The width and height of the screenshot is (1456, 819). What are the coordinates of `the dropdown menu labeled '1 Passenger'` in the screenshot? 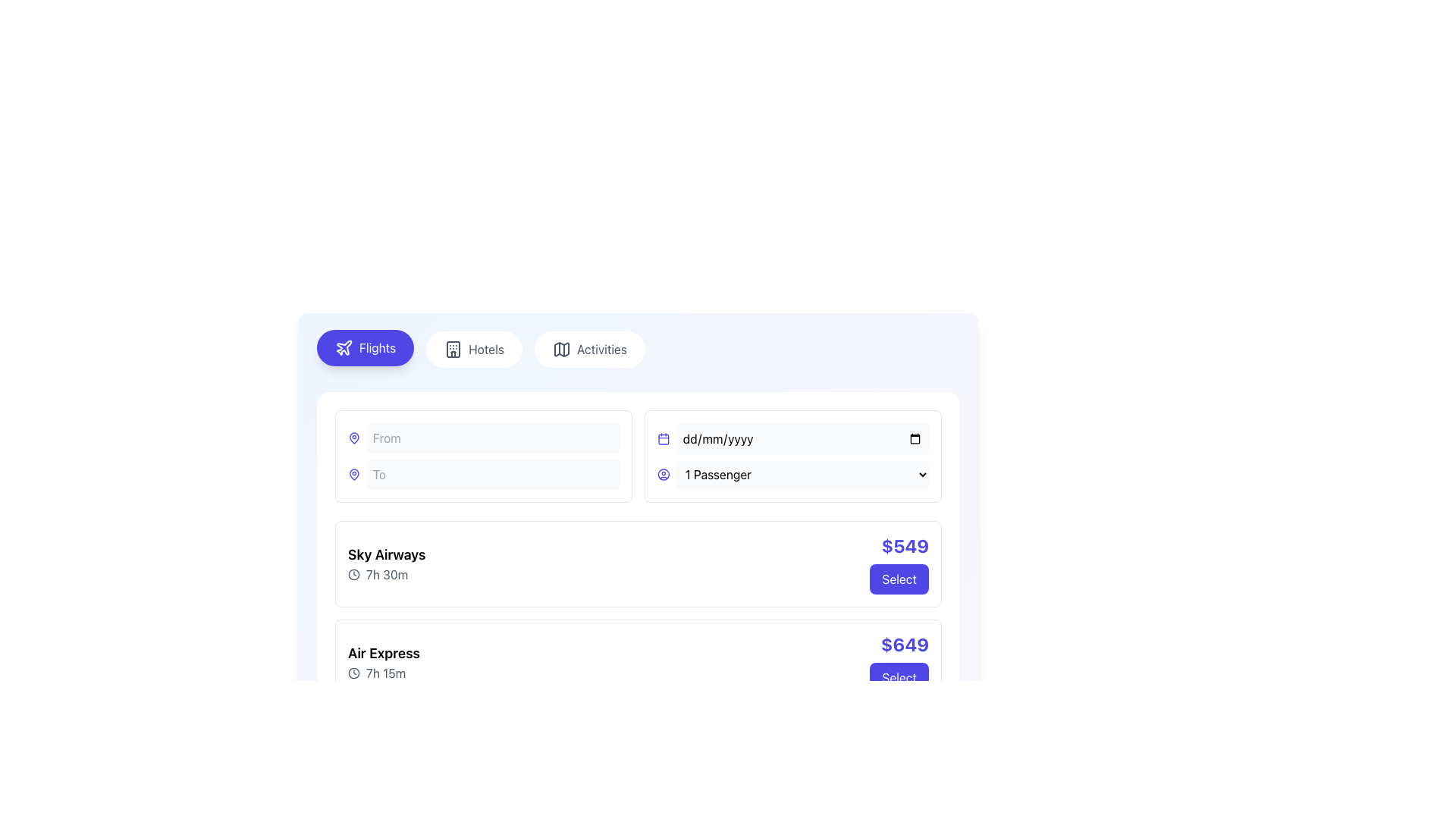 It's located at (792, 473).